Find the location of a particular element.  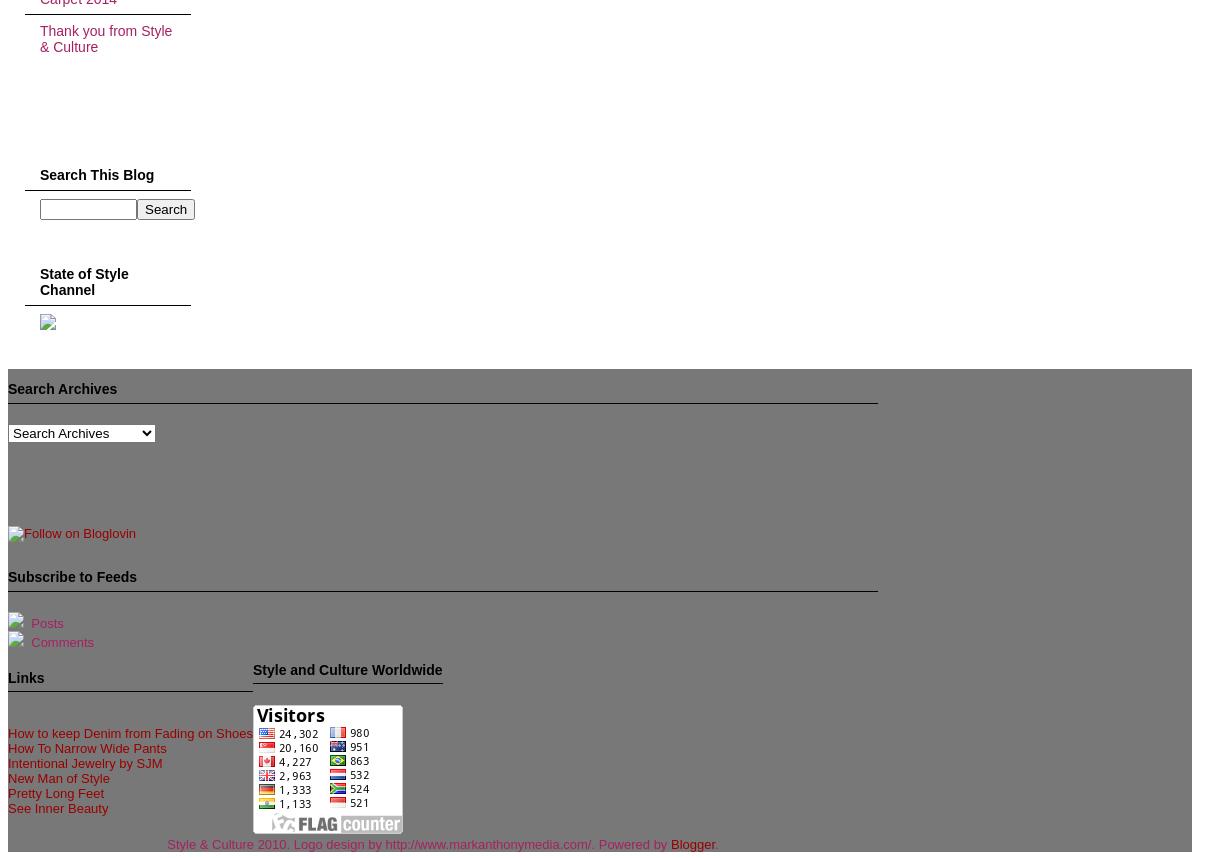

'Links' is located at coordinates (6, 675).